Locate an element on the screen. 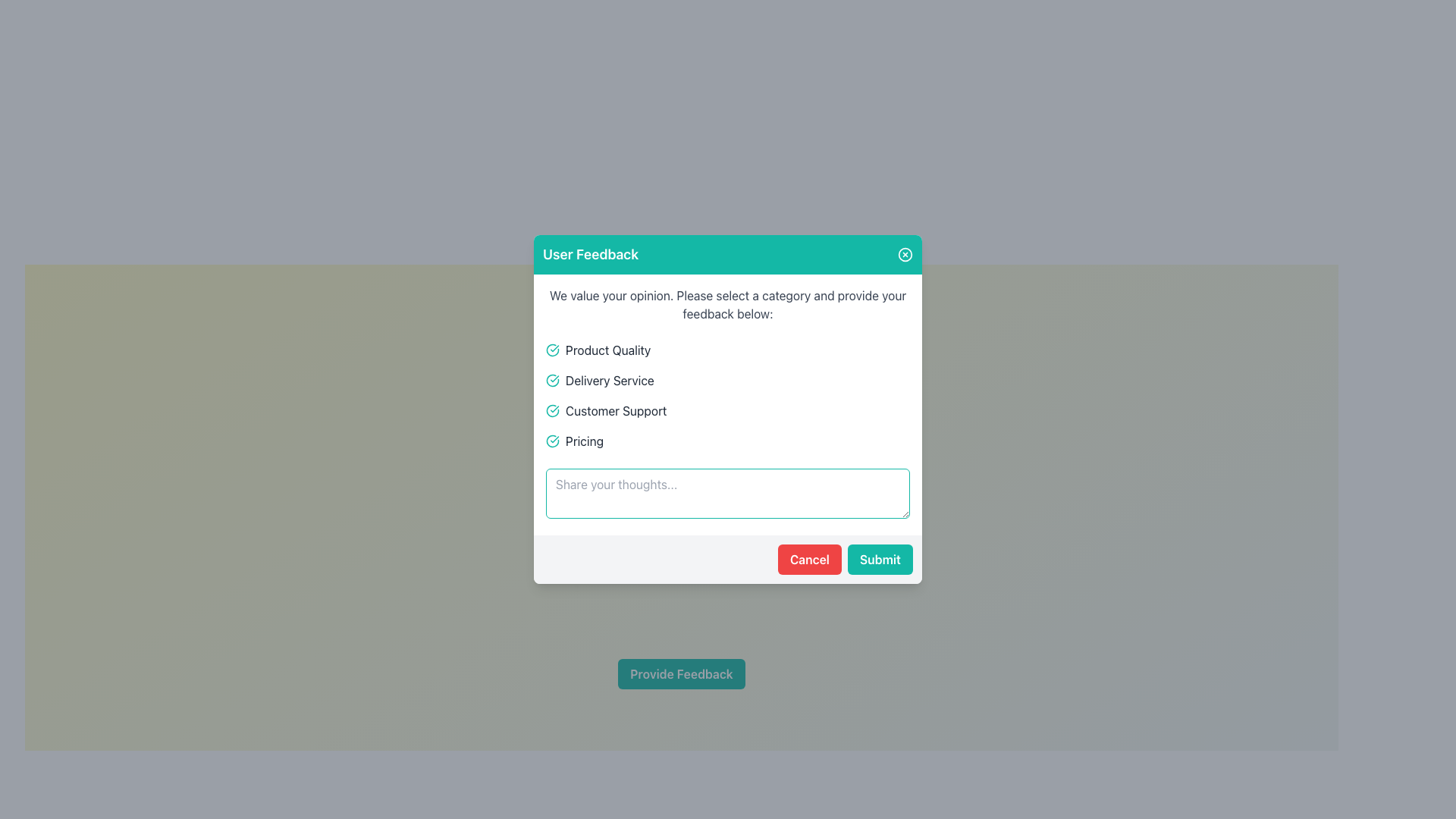  the Decorative icon (checkmark) that indicates selection or confirmation for the 'Customer Support' option in the feedback form, located to the left of the text component in the row is located at coordinates (552, 411).